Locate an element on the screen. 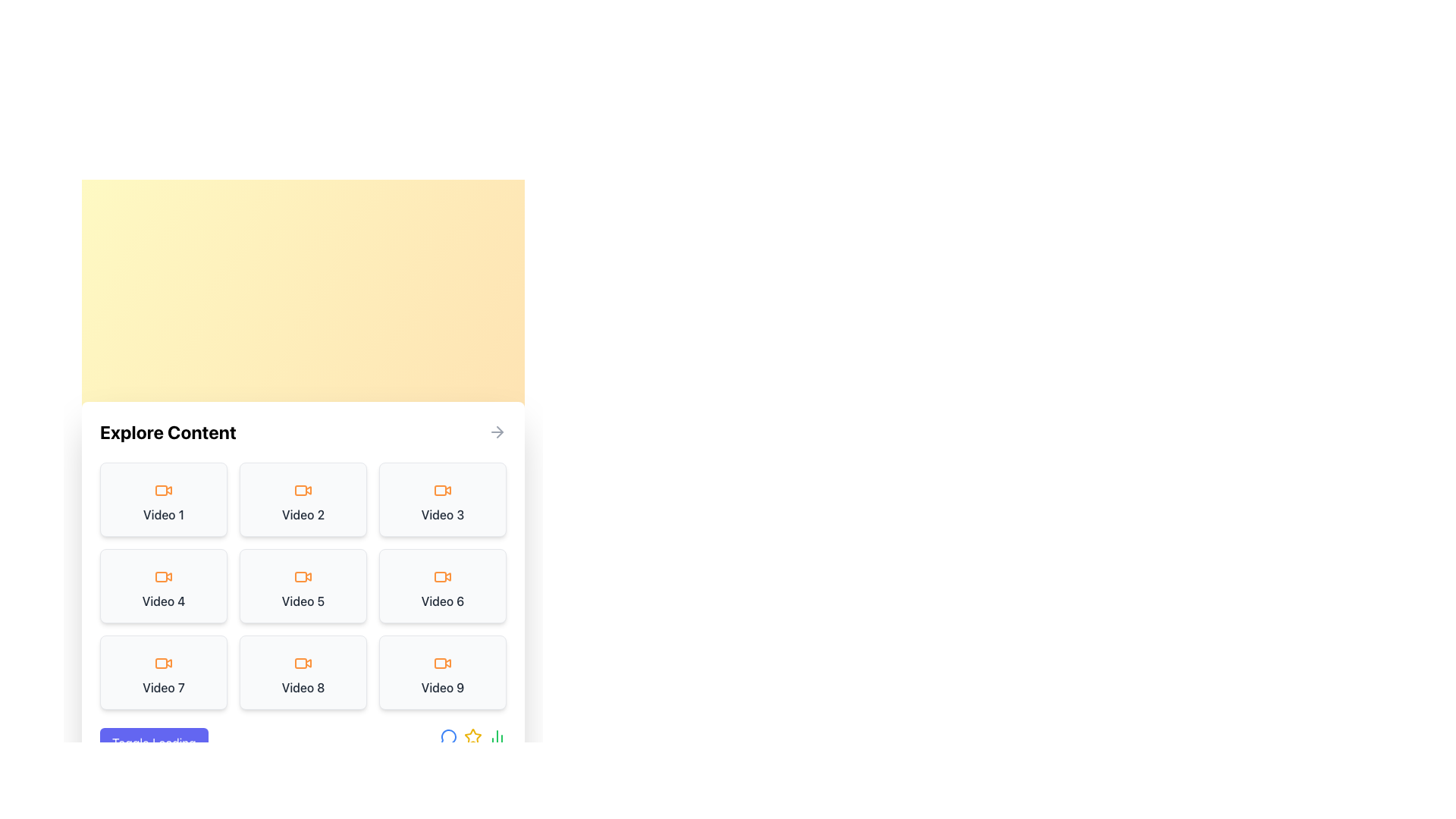 The height and width of the screenshot is (819, 1456). the small orange video icon that resembles a camera, located under the 'Explore Content' heading in the second card labeled 'Video 2' is located at coordinates (303, 491).